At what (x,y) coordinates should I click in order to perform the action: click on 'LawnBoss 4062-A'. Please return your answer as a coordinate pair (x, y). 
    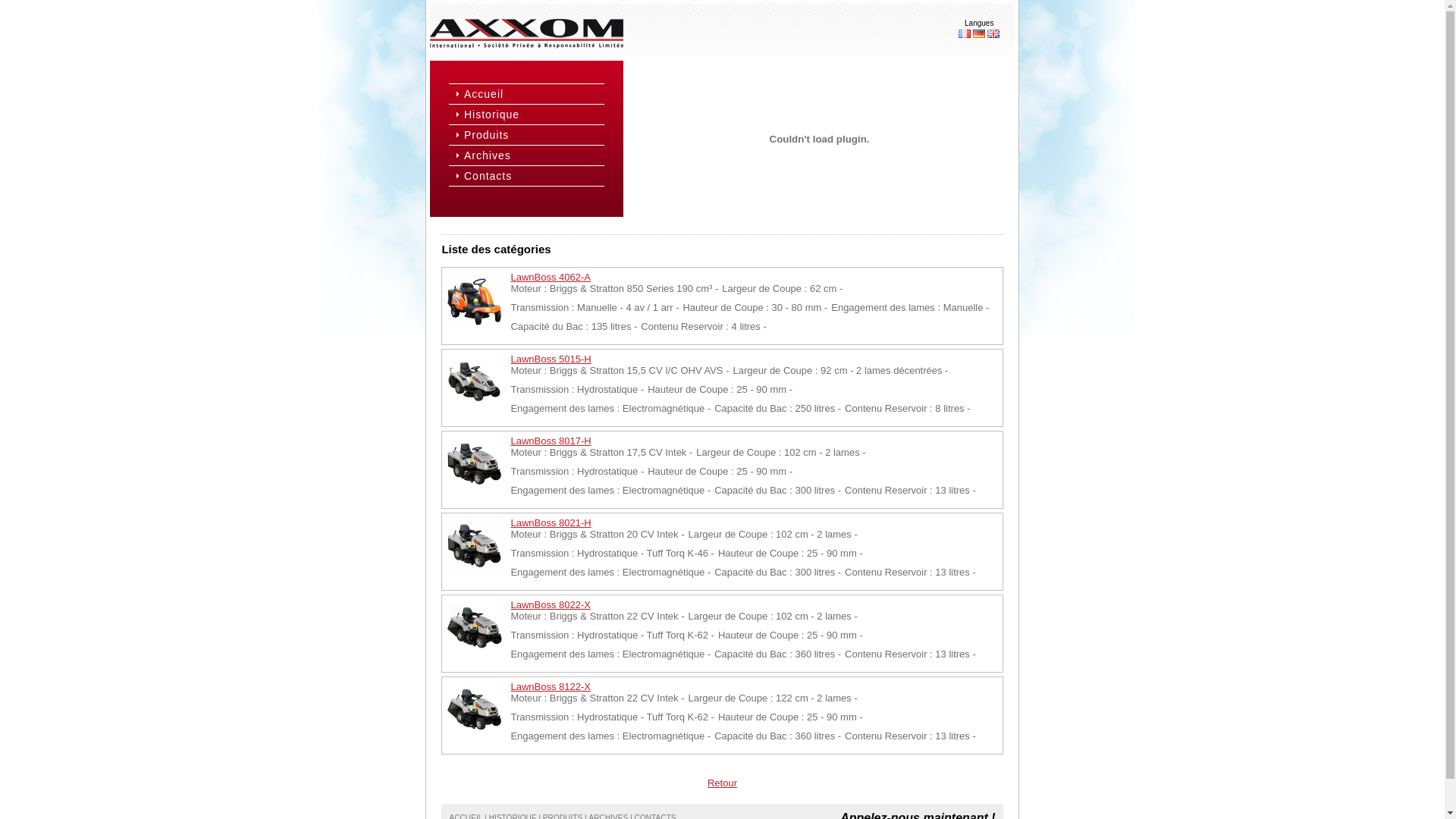
    Looking at the image, I should click on (549, 277).